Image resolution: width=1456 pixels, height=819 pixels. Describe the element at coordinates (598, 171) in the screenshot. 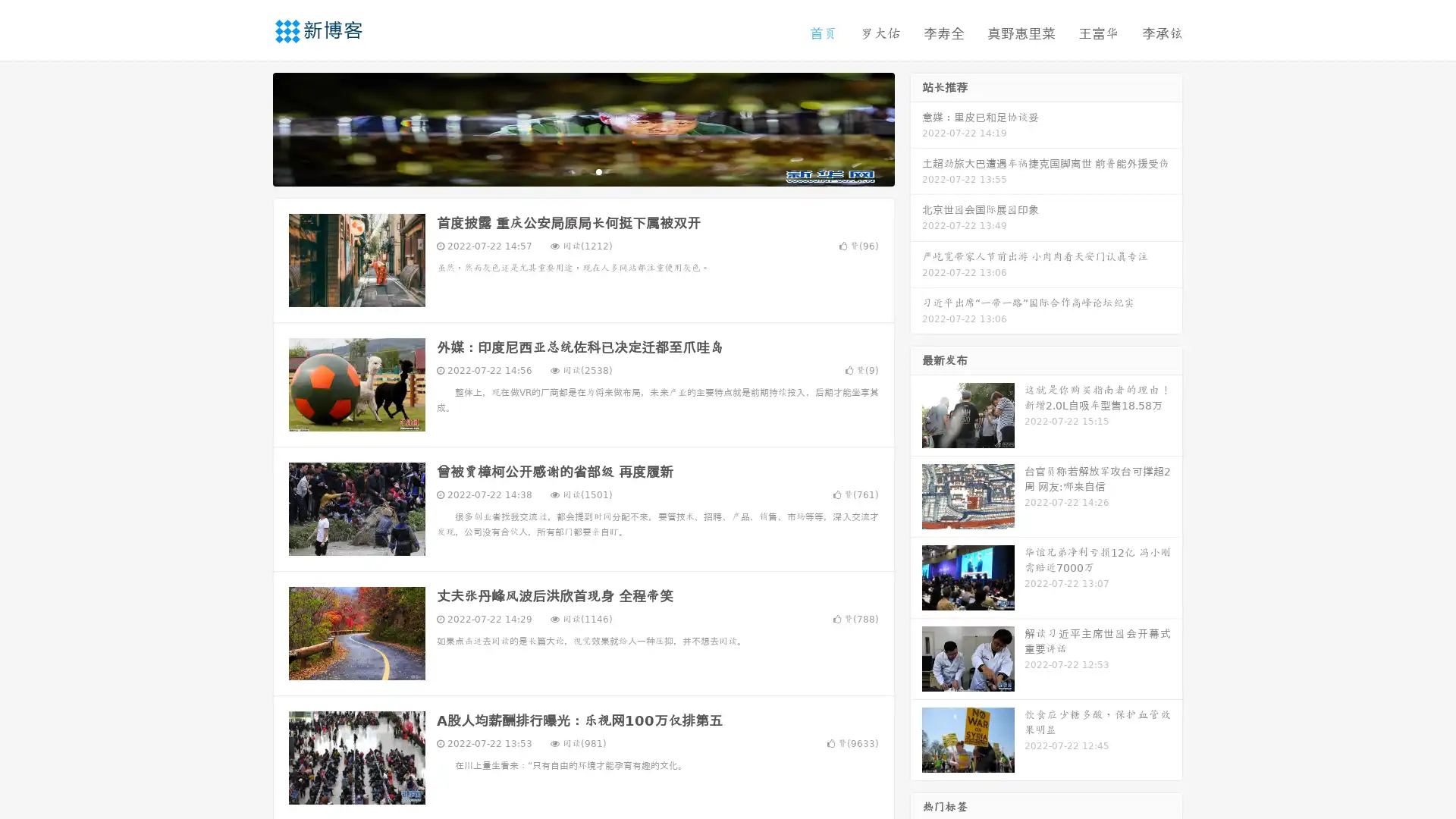

I see `Go to slide 3` at that location.